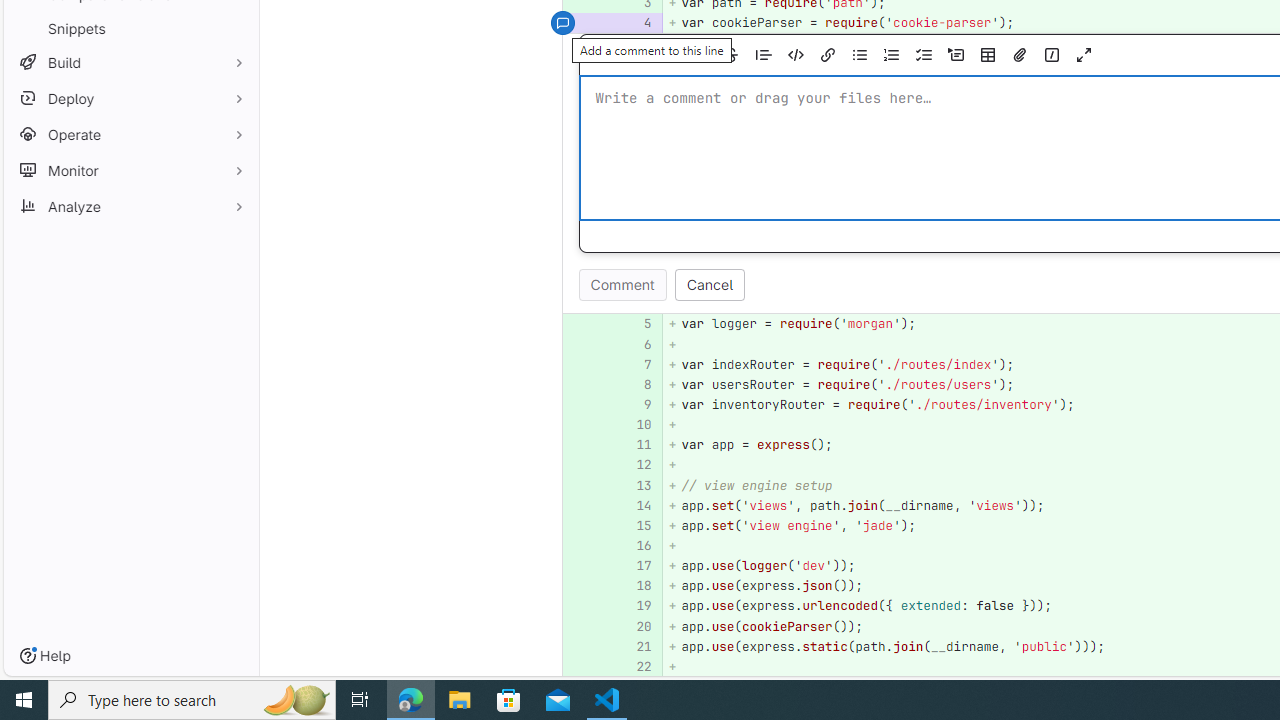  Describe the element at coordinates (633, 424) in the screenshot. I see `'10'` at that location.